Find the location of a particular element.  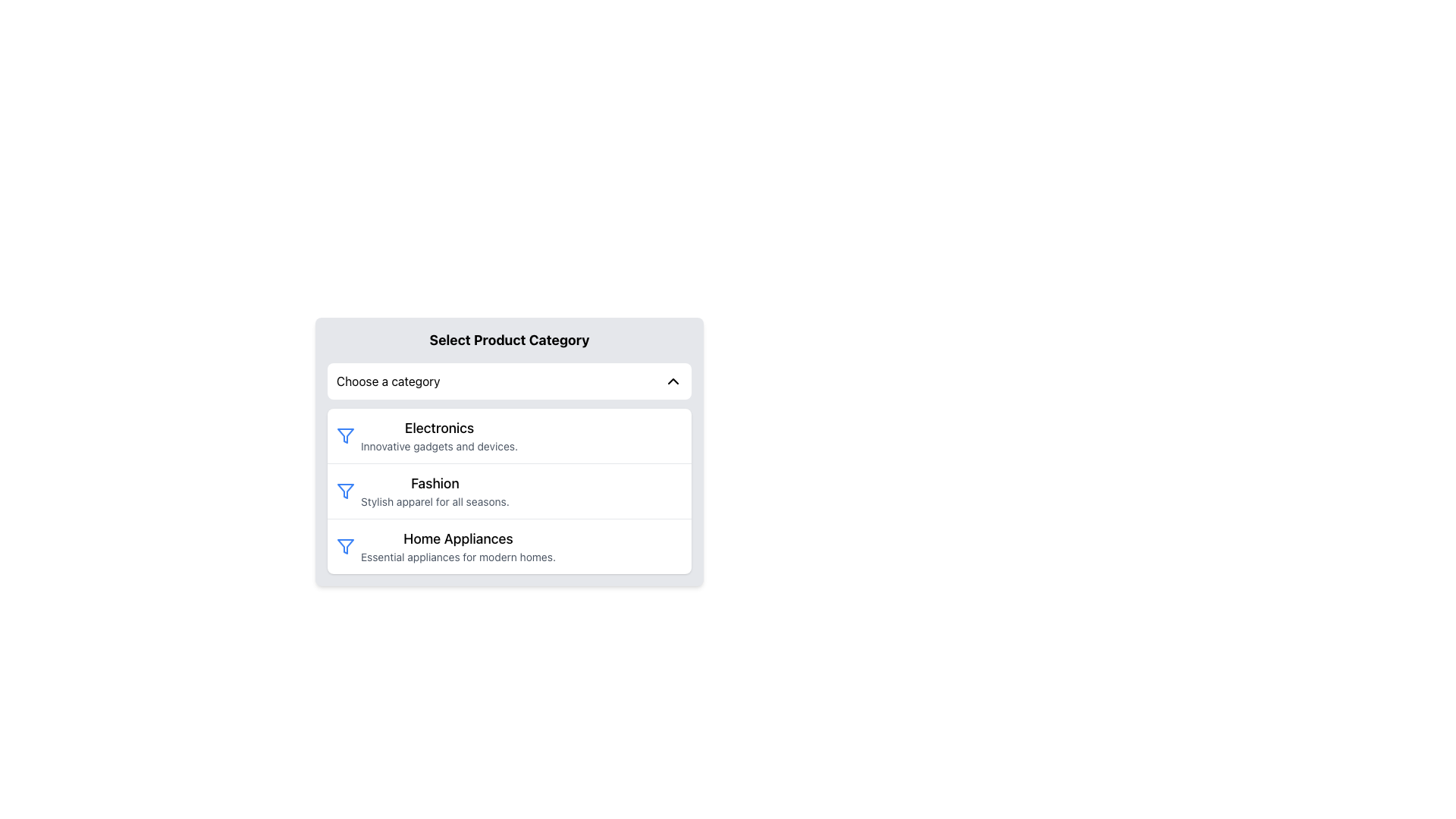

the 'Electronics' category selectable option, which is the first item in the vertical list under the 'Select Product Category' dropdown is located at coordinates (510, 435).